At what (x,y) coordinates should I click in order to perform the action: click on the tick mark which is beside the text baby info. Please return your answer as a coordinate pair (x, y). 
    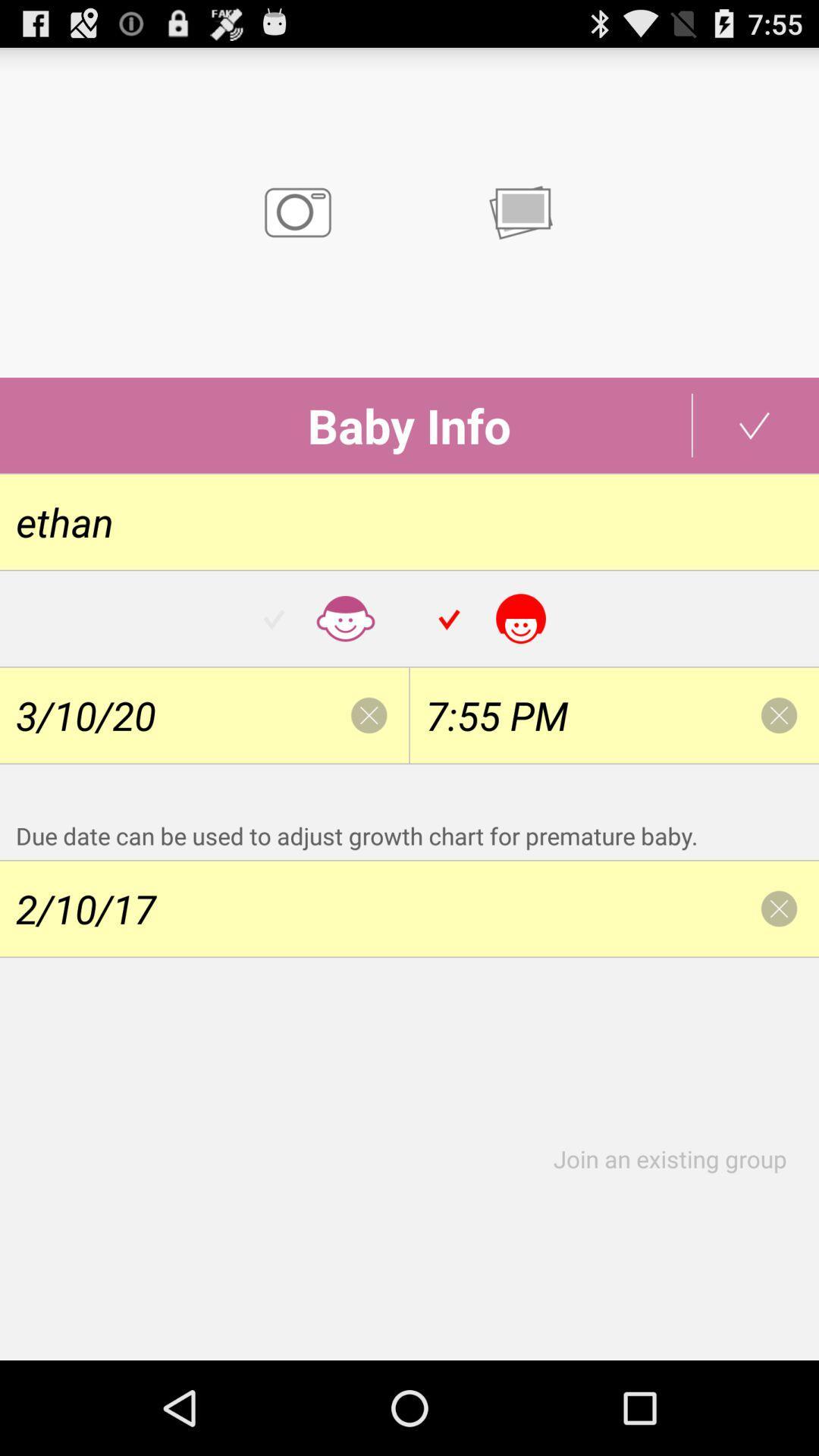
    Looking at the image, I should click on (755, 425).